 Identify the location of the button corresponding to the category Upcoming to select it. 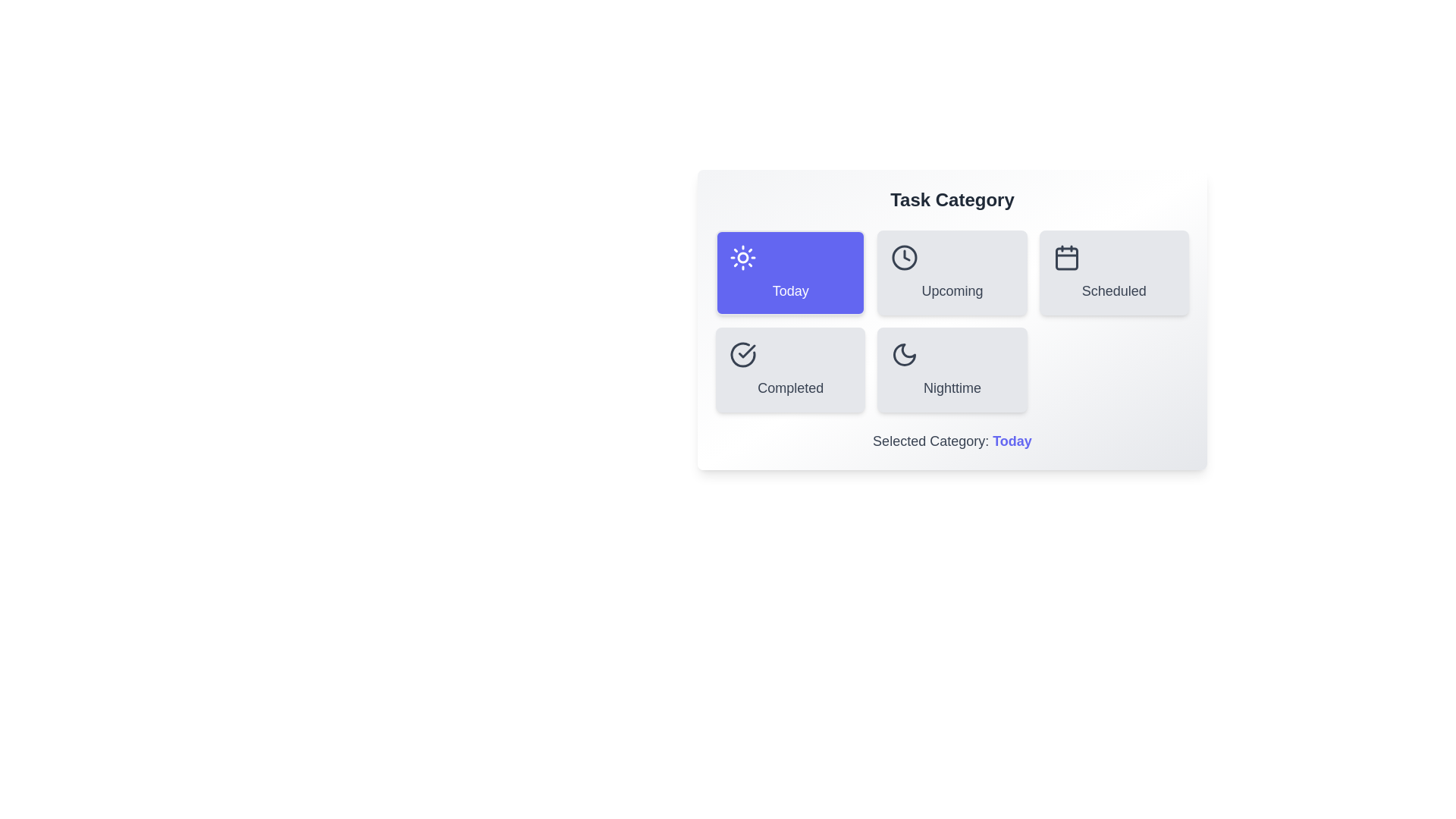
(952, 271).